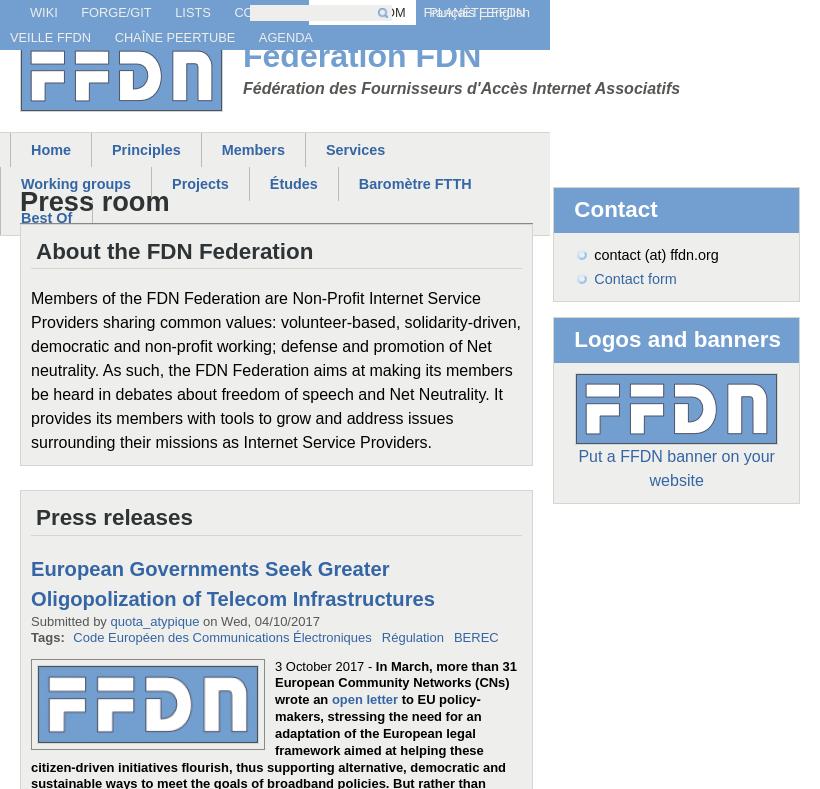  What do you see at coordinates (34, 516) in the screenshot?
I see `'Press releases'` at bounding box center [34, 516].